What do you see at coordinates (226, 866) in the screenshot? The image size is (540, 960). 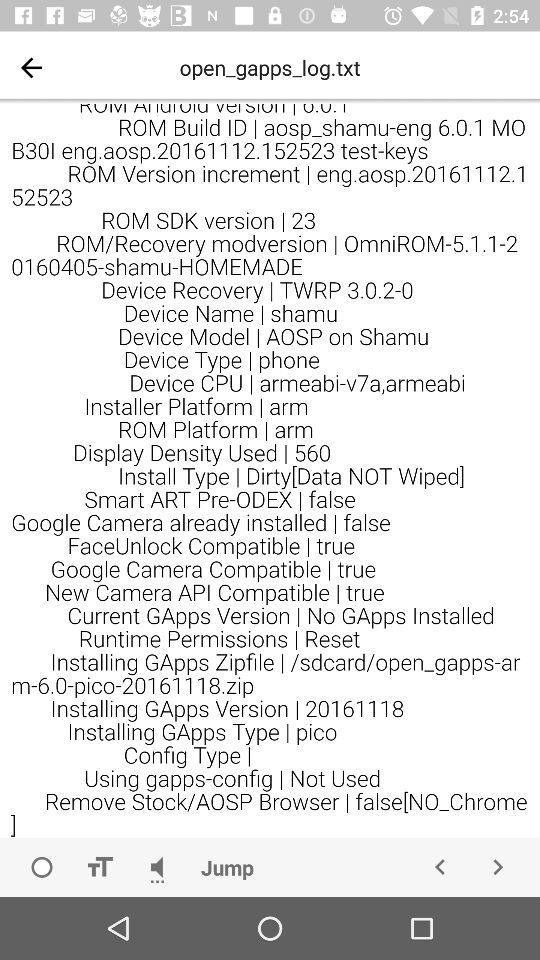 I see `the jump` at bounding box center [226, 866].